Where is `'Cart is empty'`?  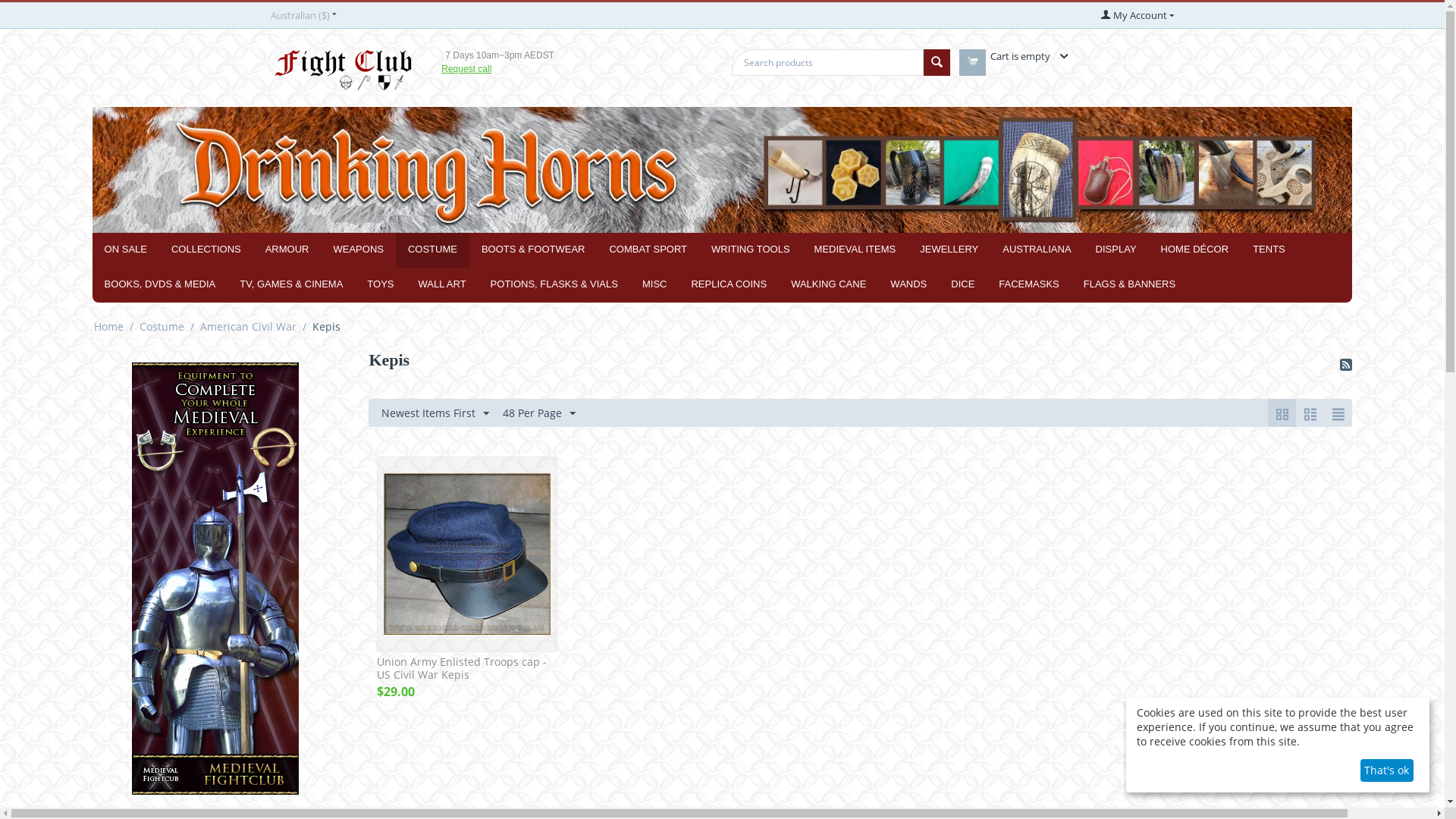 'Cart is empty' is located at coordinates (1027, 55).